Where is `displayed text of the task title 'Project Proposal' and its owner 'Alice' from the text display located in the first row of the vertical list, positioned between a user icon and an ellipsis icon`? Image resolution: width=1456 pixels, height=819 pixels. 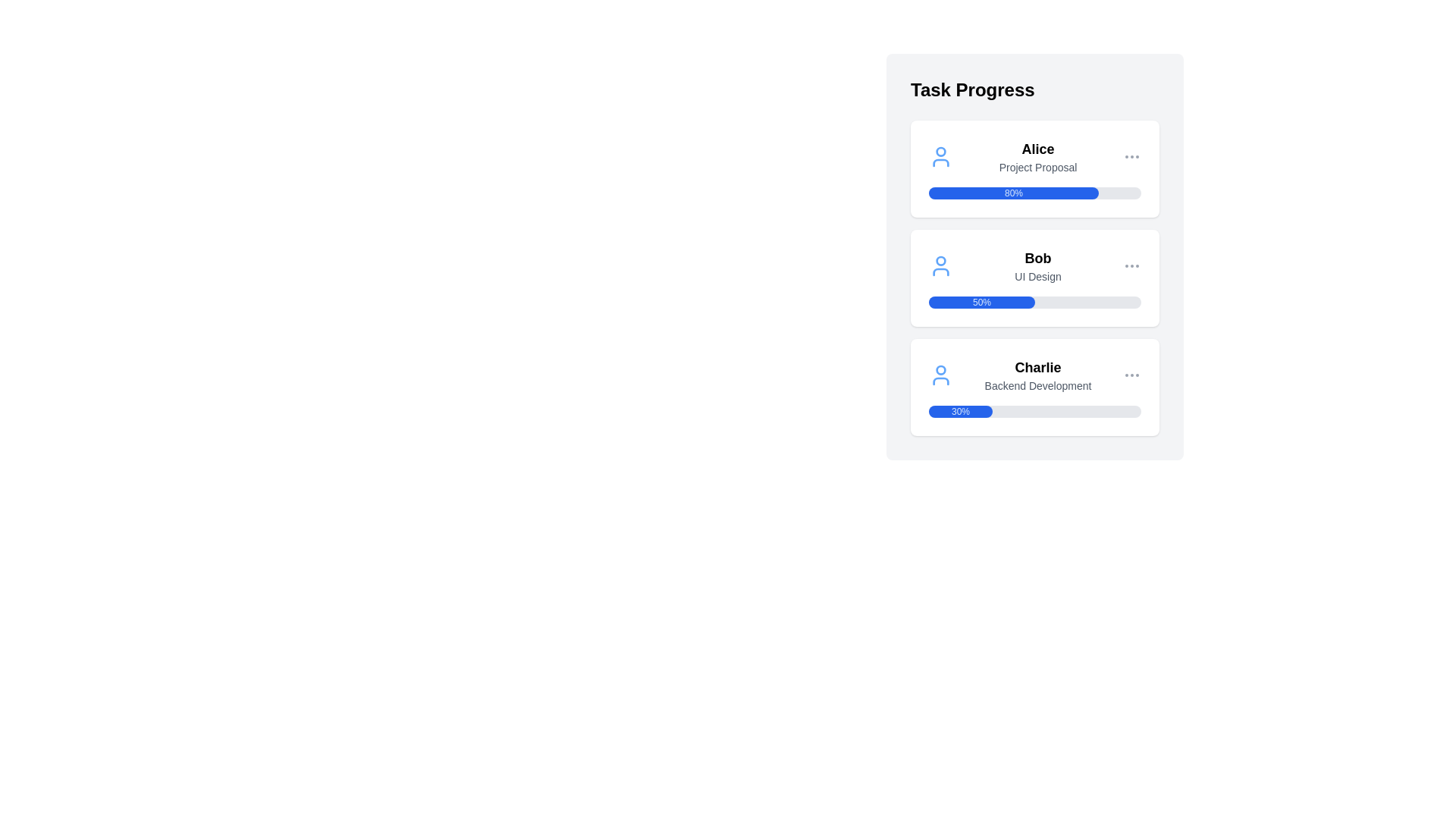
displayed text of the task title 'Project Proposal' and its owner 'Alice' from the text display located in the first row of the vertical list, positioned between a user icon and an ellipsis icon is located at coordinates (1037, 157).